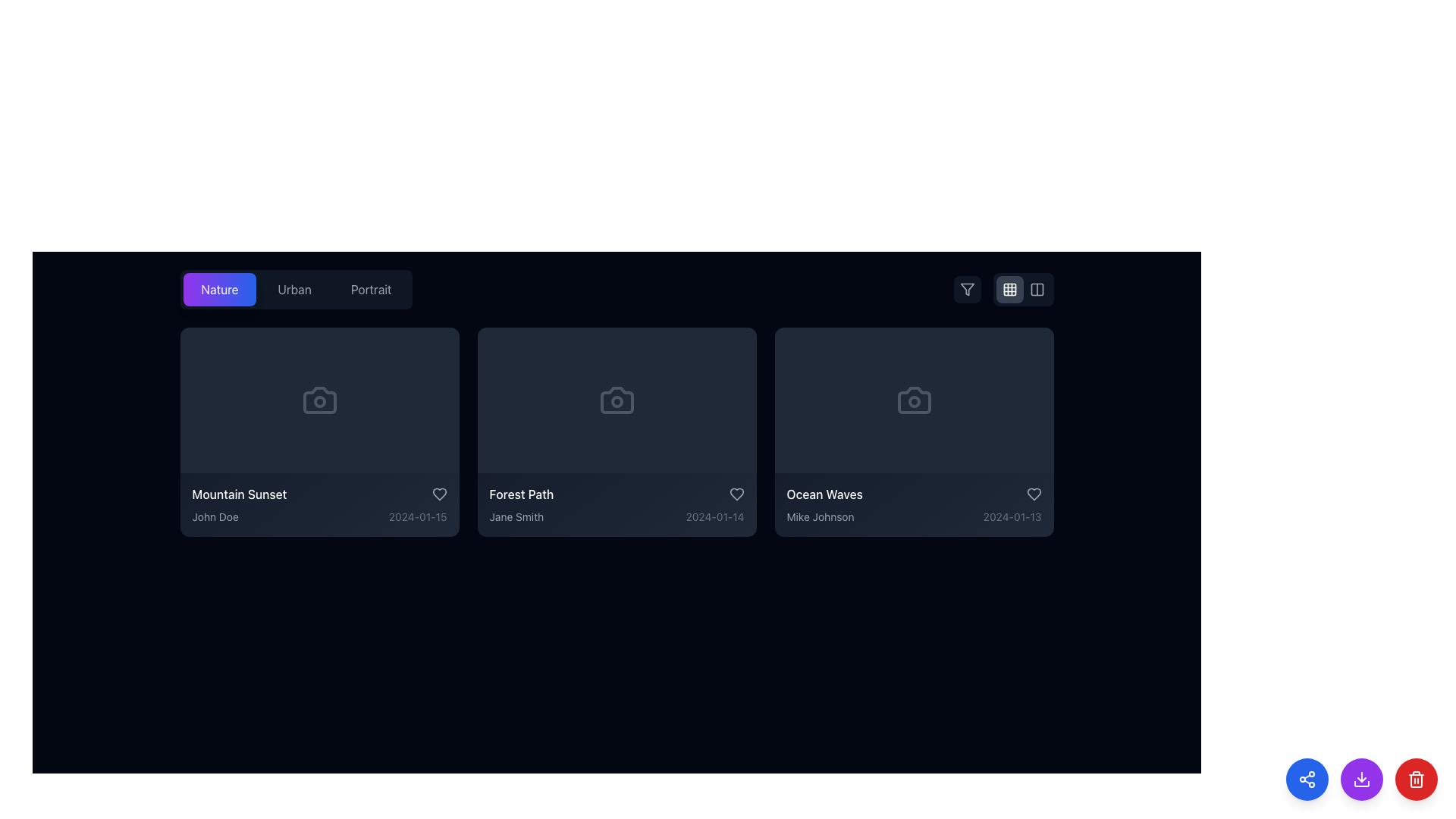 The width and height of the screenshot is (1456, 819). I want to click on the last button in the top-right section of the dark-themed UI, which is a vertically split rectangle icon with a dark outline and simple stroke design, so click(1036, 289).